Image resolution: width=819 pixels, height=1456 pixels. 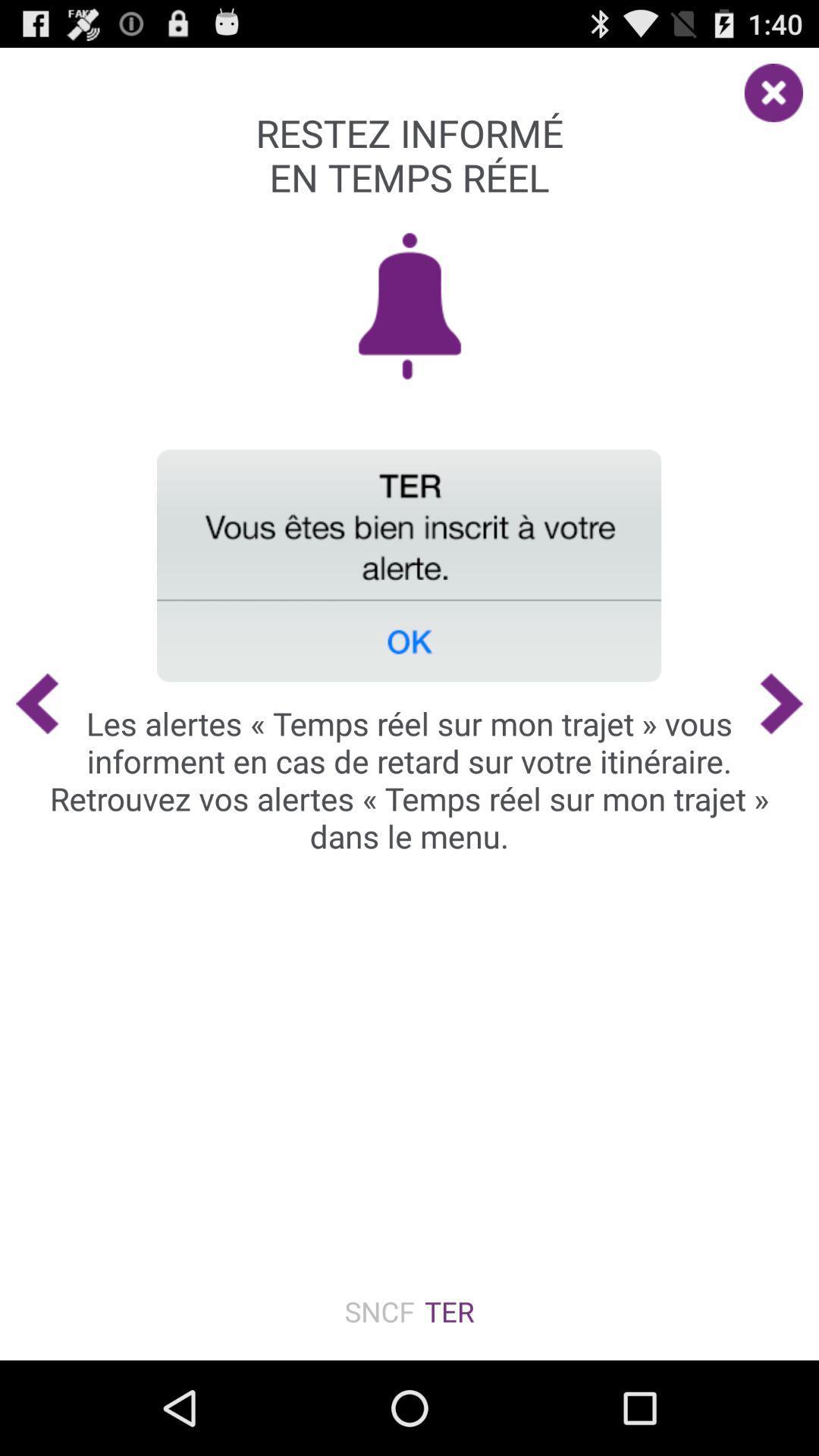 I want to click on item at the top right corner, so click(x=781, y=84).